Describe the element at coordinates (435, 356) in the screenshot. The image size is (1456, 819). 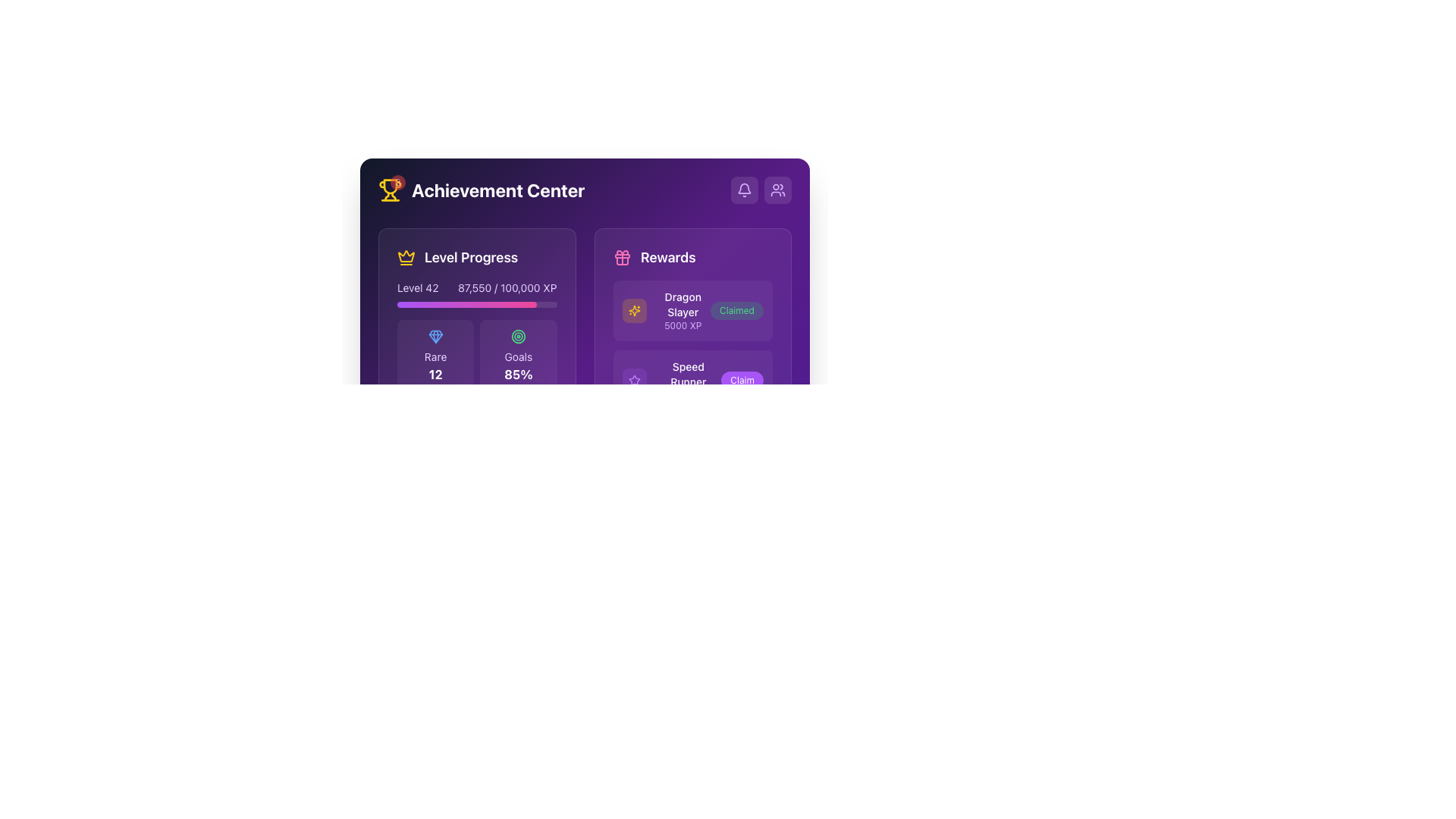
I see `'Rare' Informational card located in the 'Level Progress' section, which shows the count '12'` at that location.